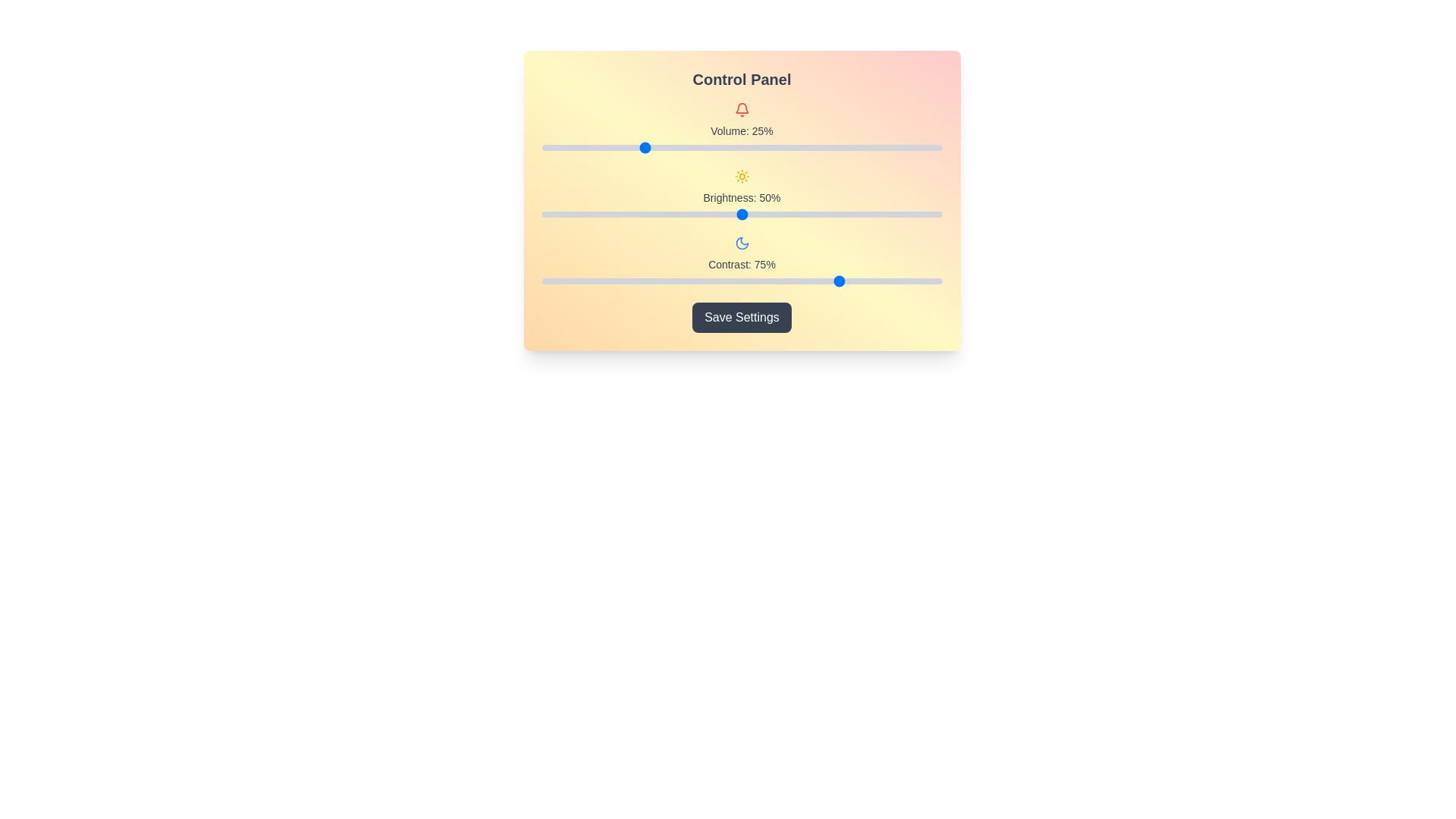 The height and width of the screenshot is (819, 1456). Describe the element at coordinates (577, 148) in the screenshot. I see `the volume` at that location.